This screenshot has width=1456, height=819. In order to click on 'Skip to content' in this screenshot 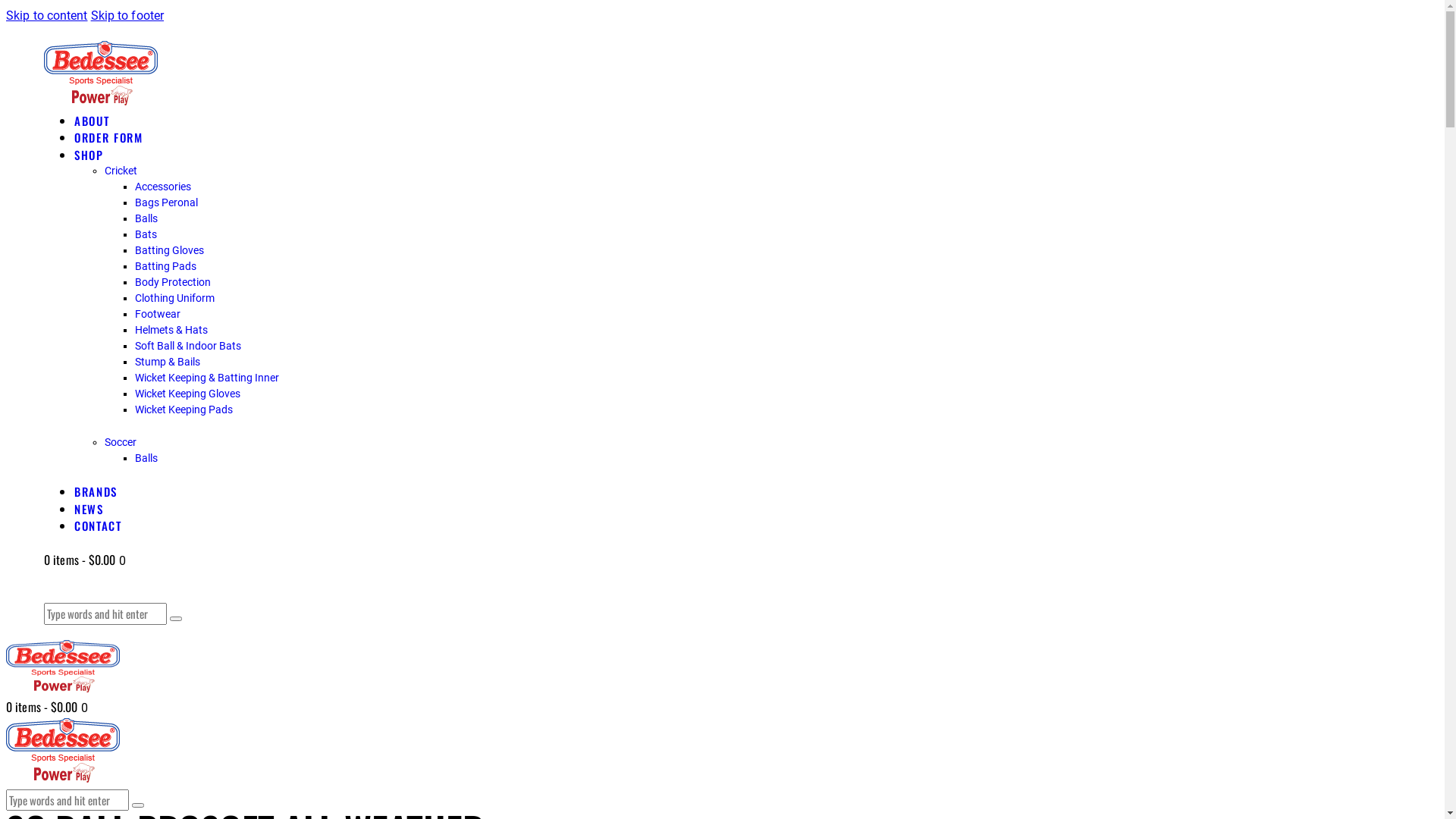, I will do `click(47, 15)`.